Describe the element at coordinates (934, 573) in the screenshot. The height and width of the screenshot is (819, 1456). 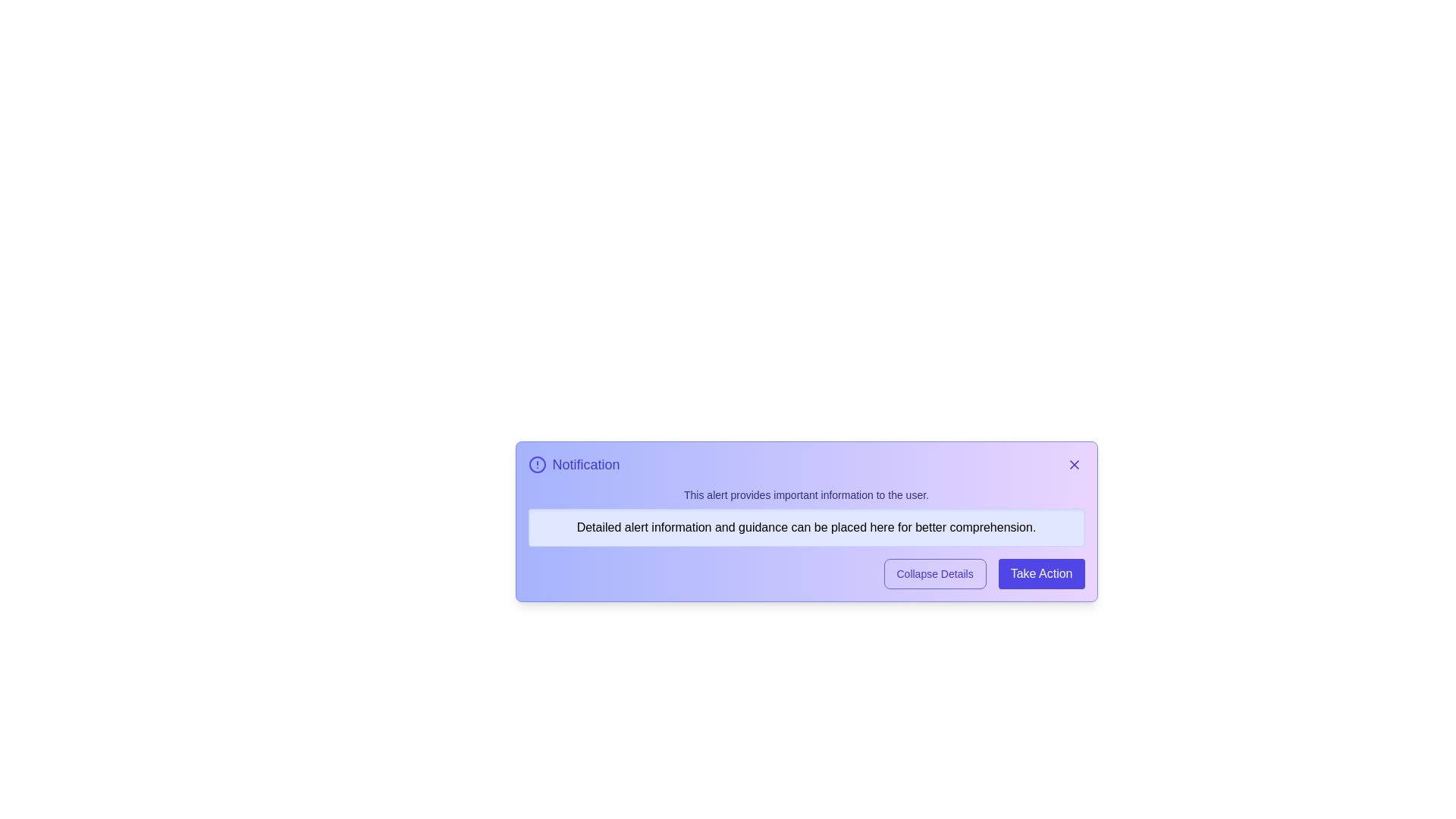
I see `'Collapse Details' button to toggle the detailed information visibility` at that location.